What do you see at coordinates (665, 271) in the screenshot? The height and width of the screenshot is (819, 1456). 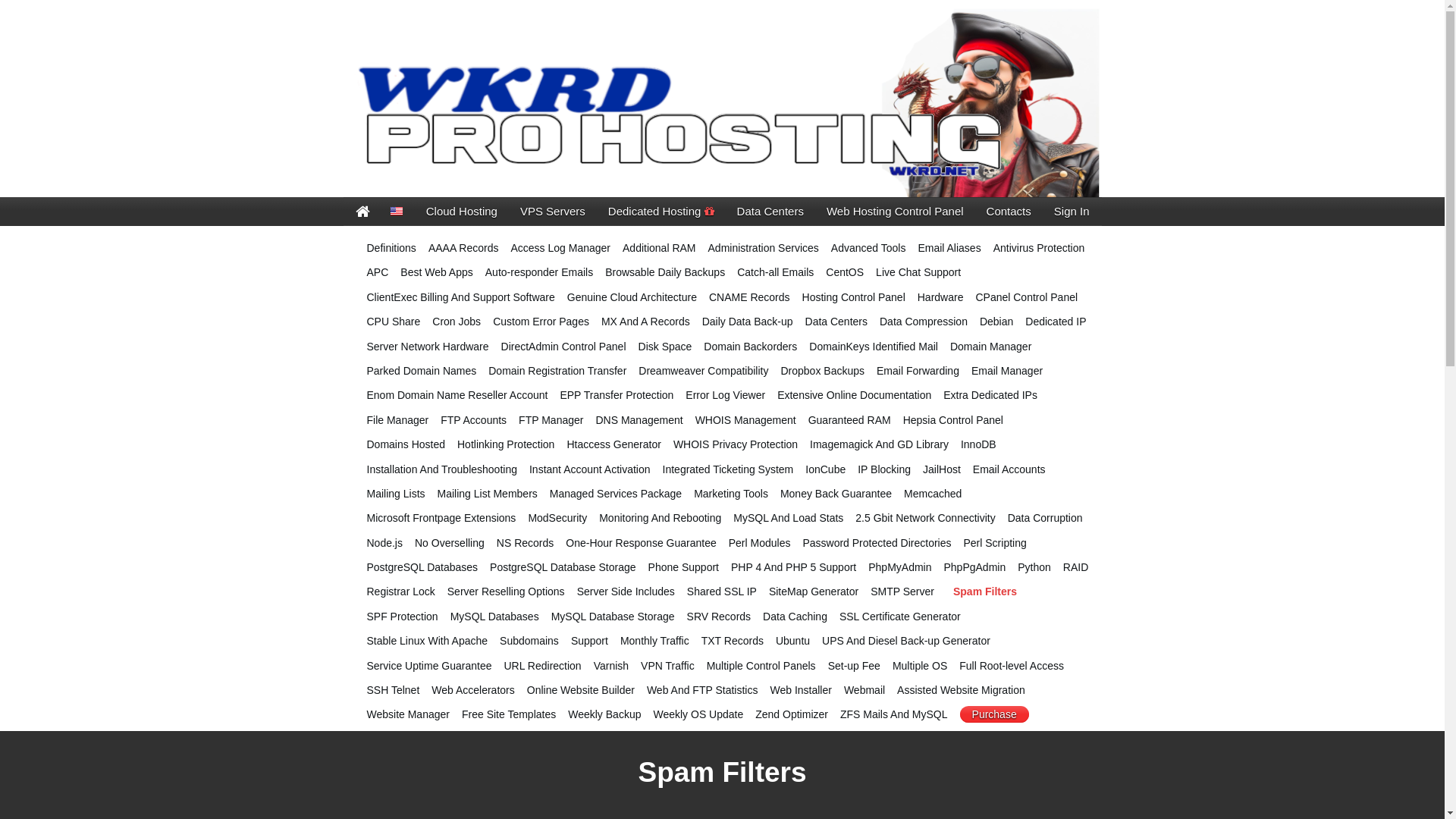 I see `'Browsable Daily Backups'` at bounding box center [665, 271].